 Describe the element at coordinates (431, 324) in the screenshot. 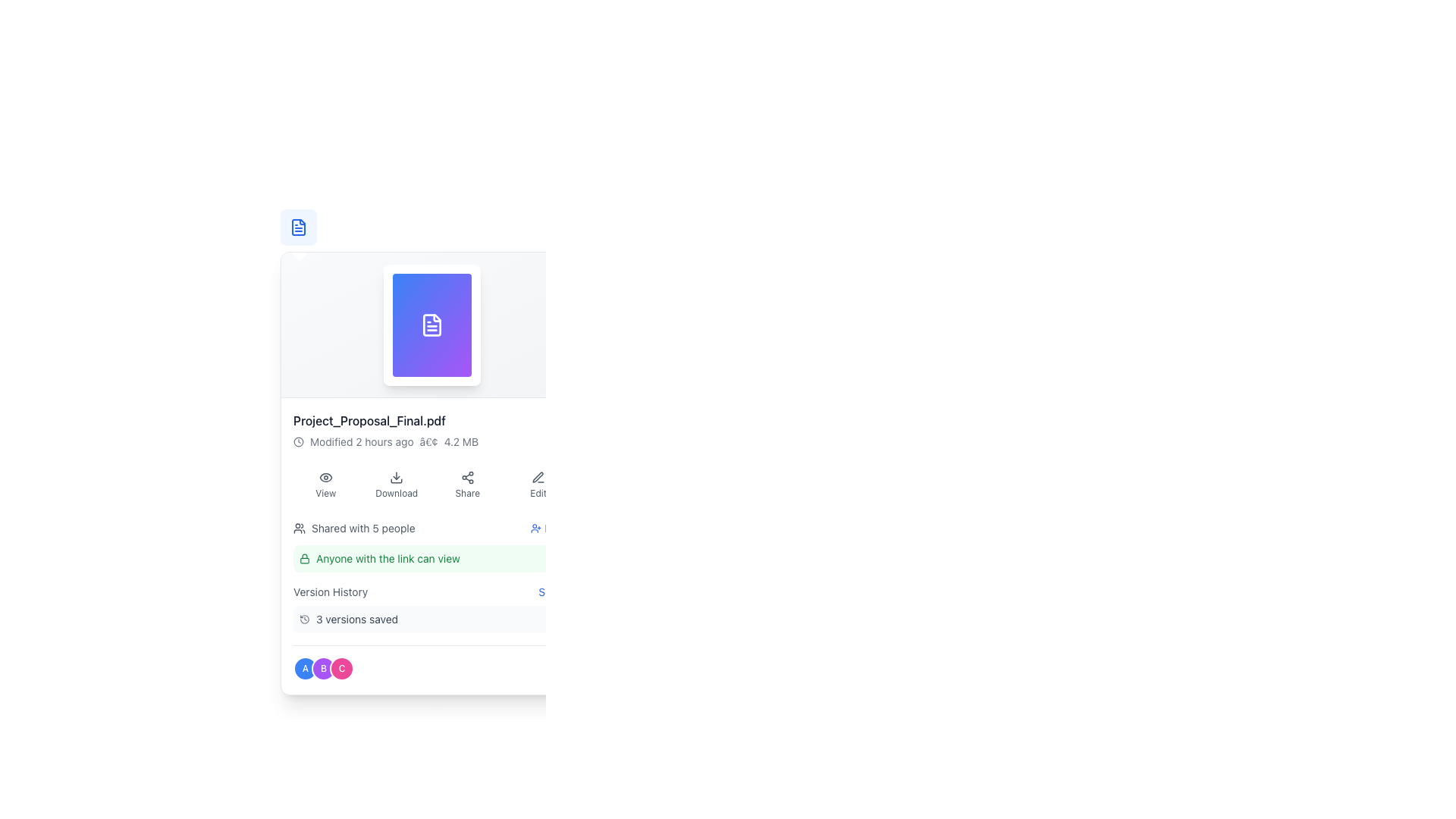

I see `the file icon, which has a document-like outline and text-like lines inside, styled in white against a purple and blue gradient background` at that location.